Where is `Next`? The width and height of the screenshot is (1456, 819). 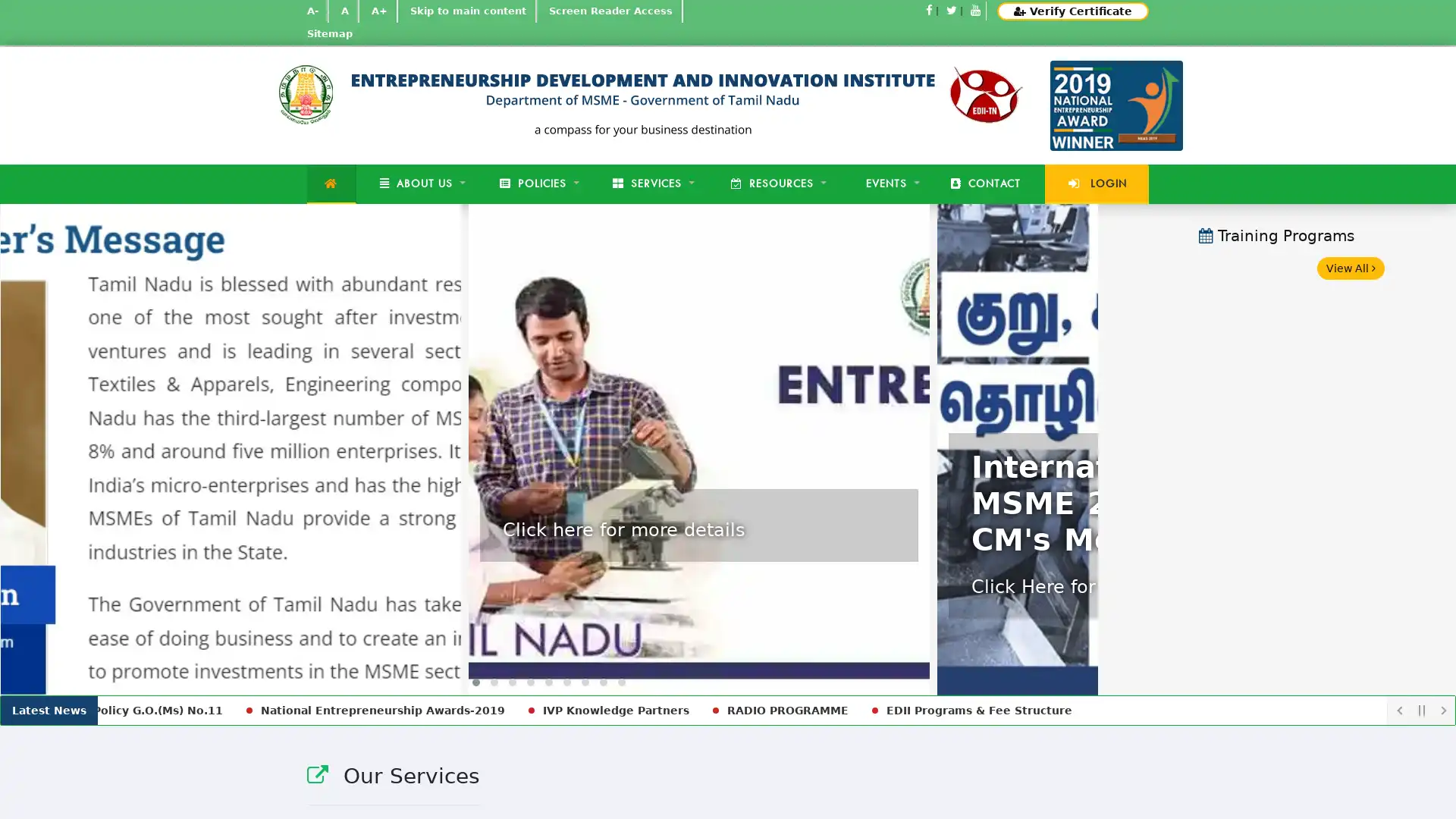
Next is located at coordinates (1065, 433).